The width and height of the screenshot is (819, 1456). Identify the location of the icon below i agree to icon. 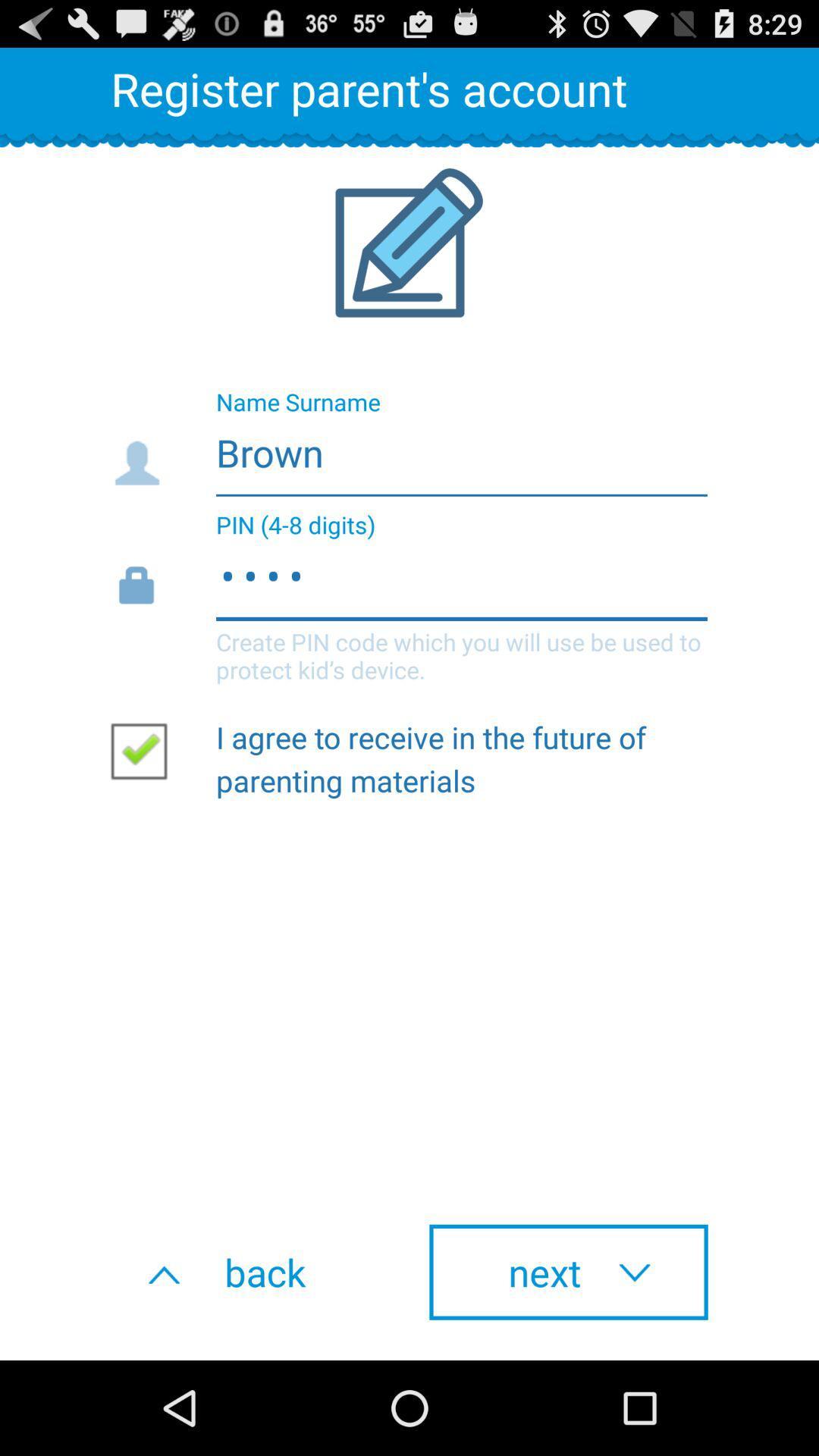
(249, 1272).